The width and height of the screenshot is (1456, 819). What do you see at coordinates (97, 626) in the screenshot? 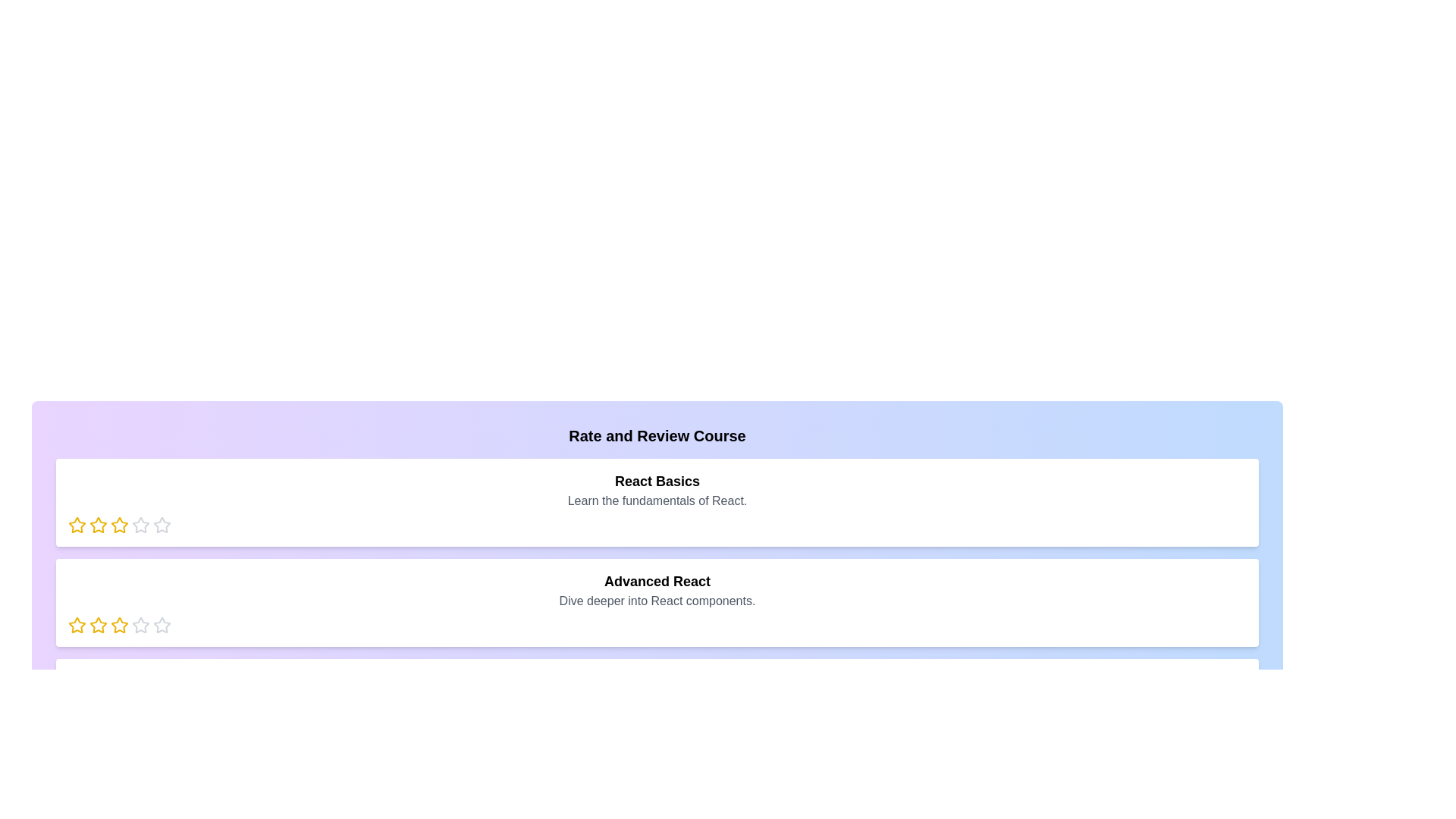
I see `the third yellow outlined star icon in the rating interface for the course 'Advanced React'` at bounding box center [97, 626].